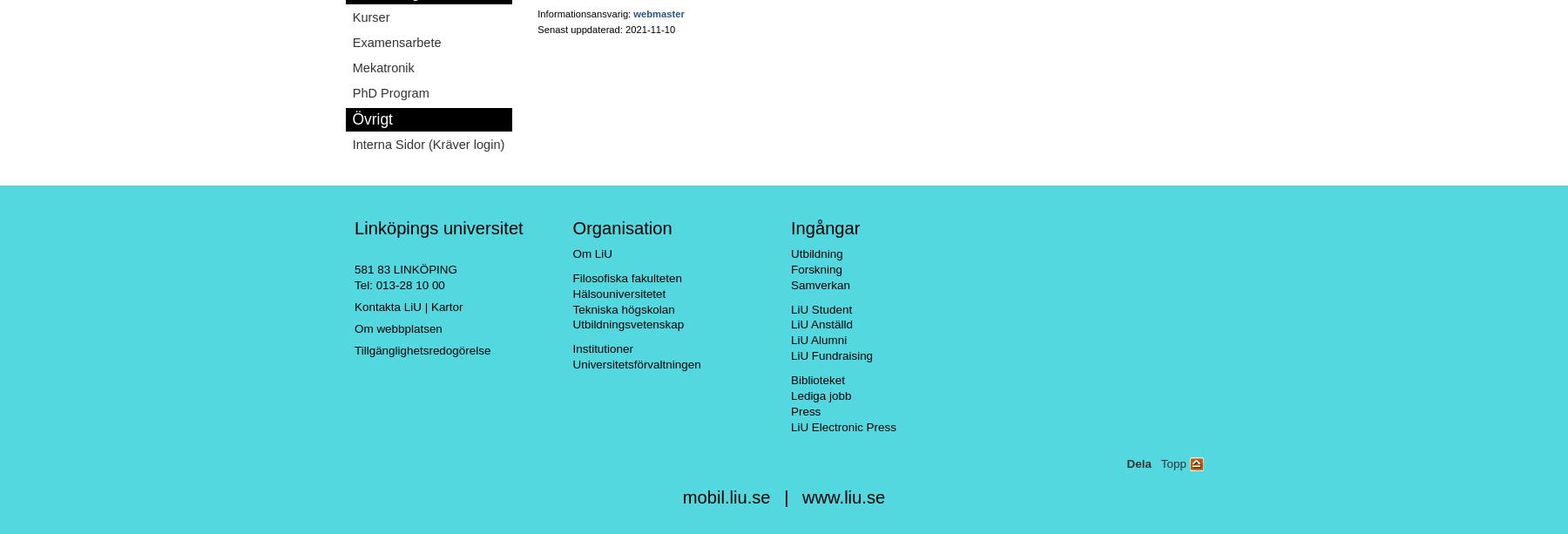 This screenshot has height=534, width=1568. What do you see at coordinates (585, 13) in the screenshot?
I see `'Informationsansvarig:'` at bounding box center [585, 13].